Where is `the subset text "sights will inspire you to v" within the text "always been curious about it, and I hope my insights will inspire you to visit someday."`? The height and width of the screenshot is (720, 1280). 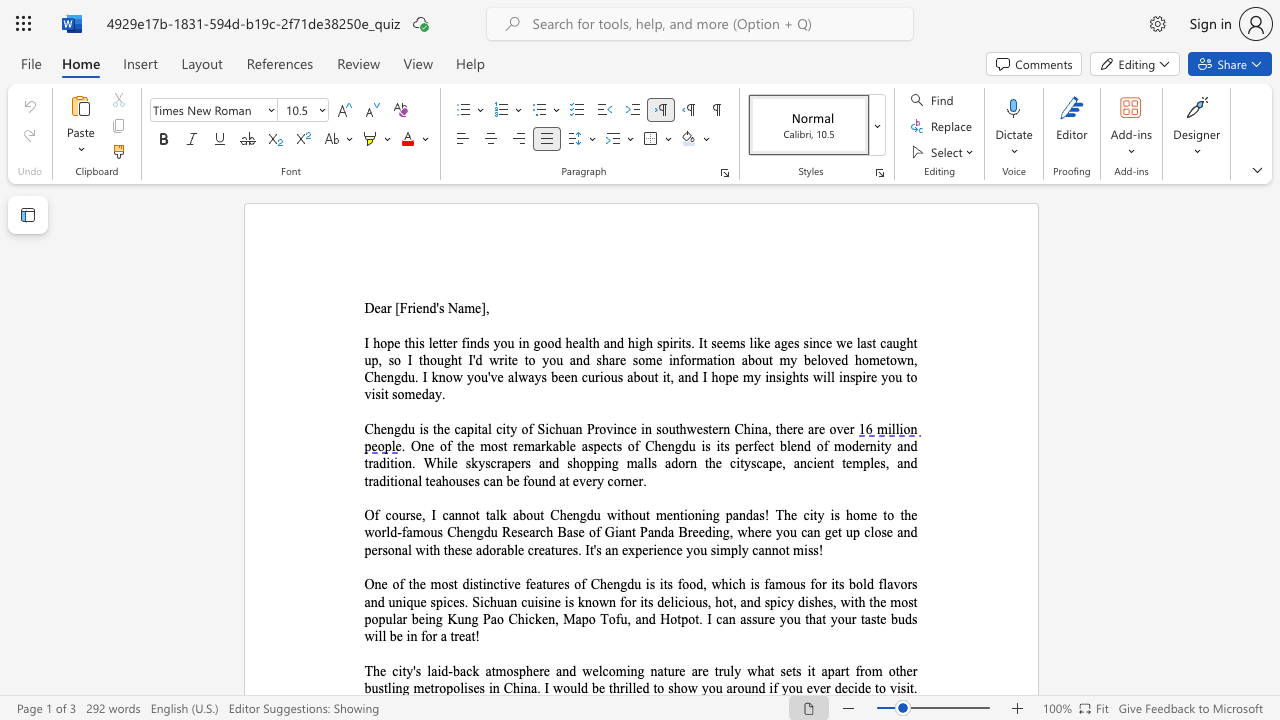 the subset text "sights will inspire you to v" within the text "always been curious about it, and I hope my insights will inspire you to visit someday." is located at coordinates (775, 377).